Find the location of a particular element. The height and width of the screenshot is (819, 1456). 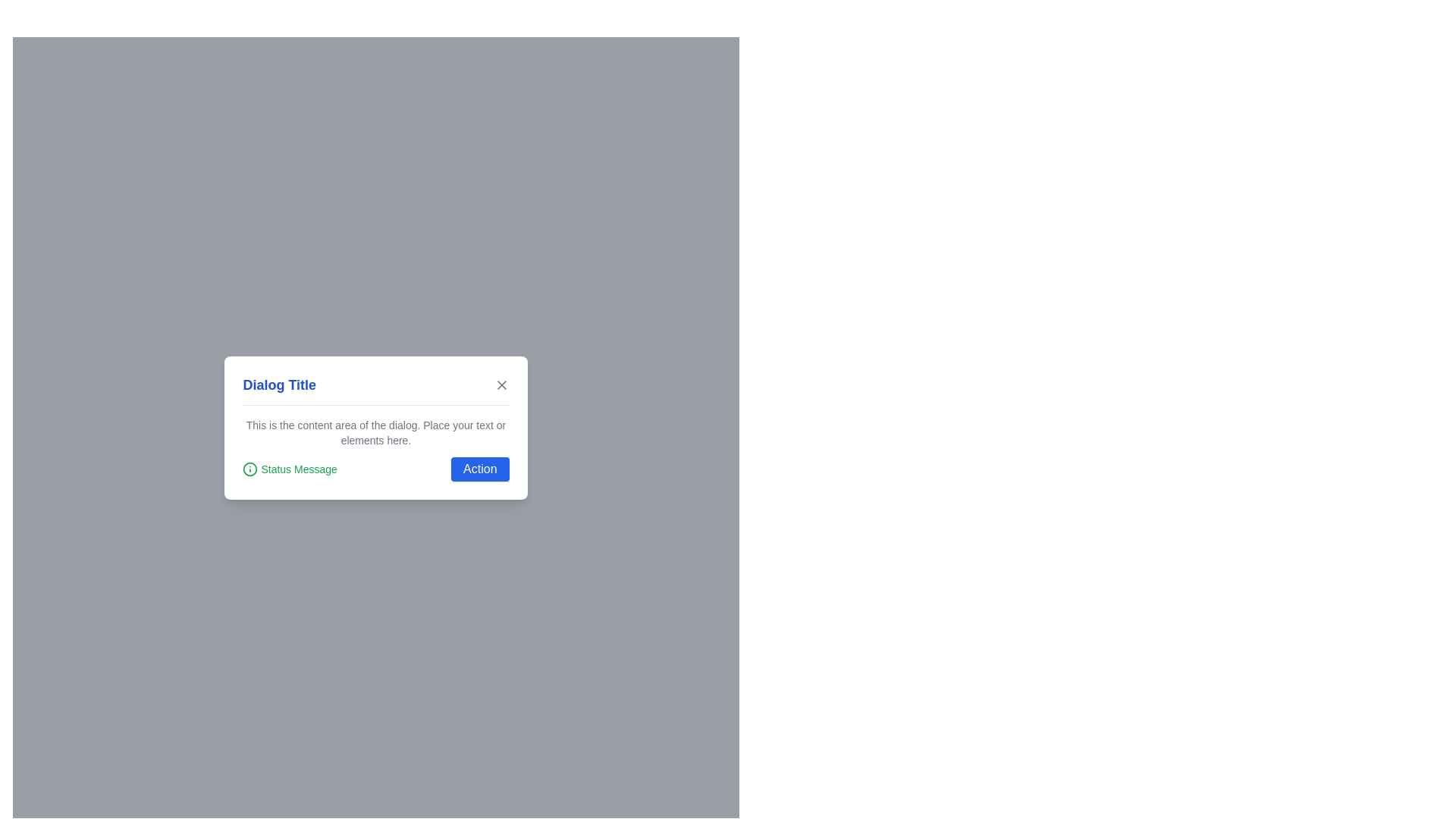

the static informative element displaying status text and an icon, located in the dialog box above the 'Action' button is located at coordinates (290, 468).